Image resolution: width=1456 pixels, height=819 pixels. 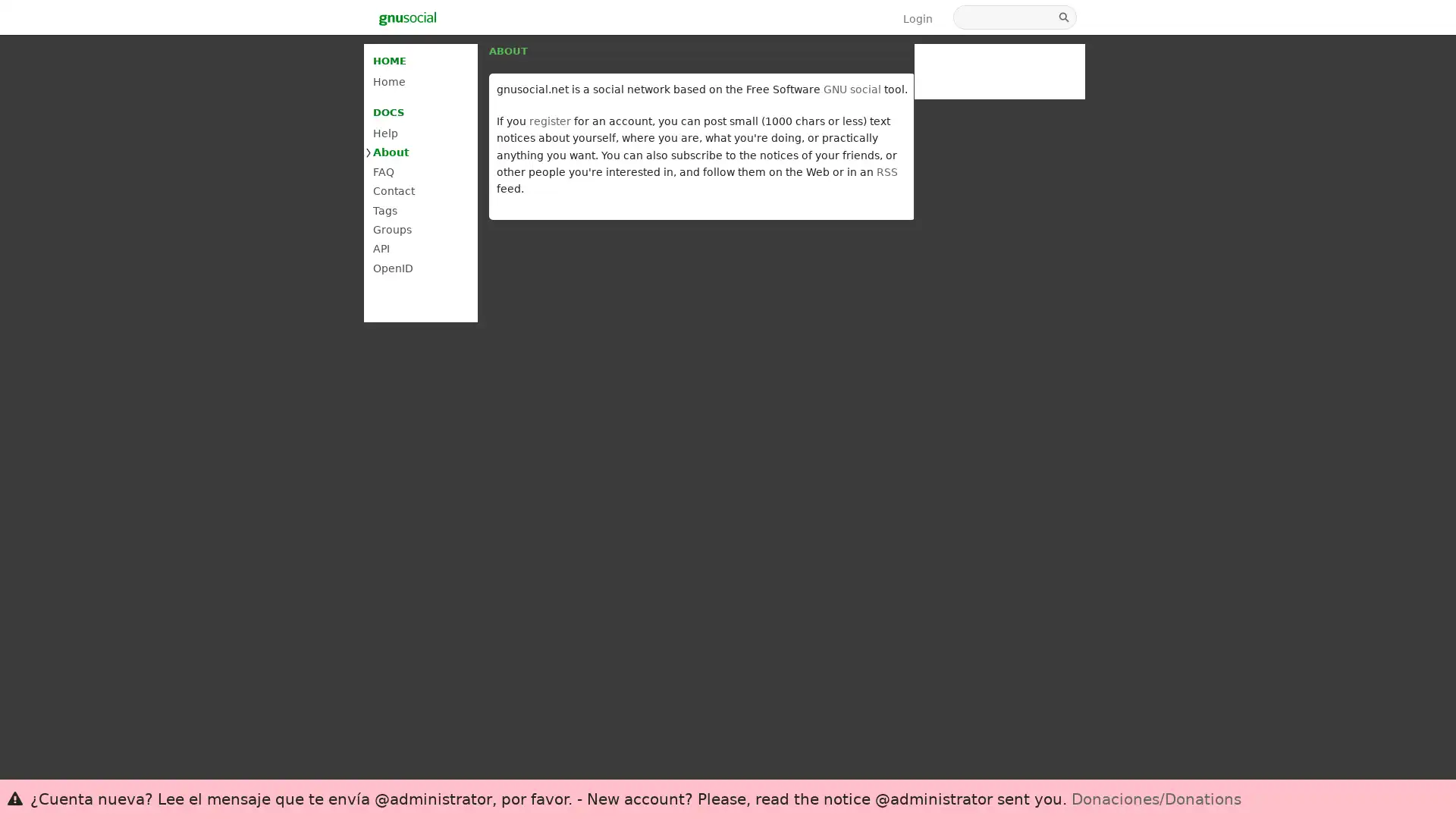 I want to click on Search, so click(x=1065, y=17).